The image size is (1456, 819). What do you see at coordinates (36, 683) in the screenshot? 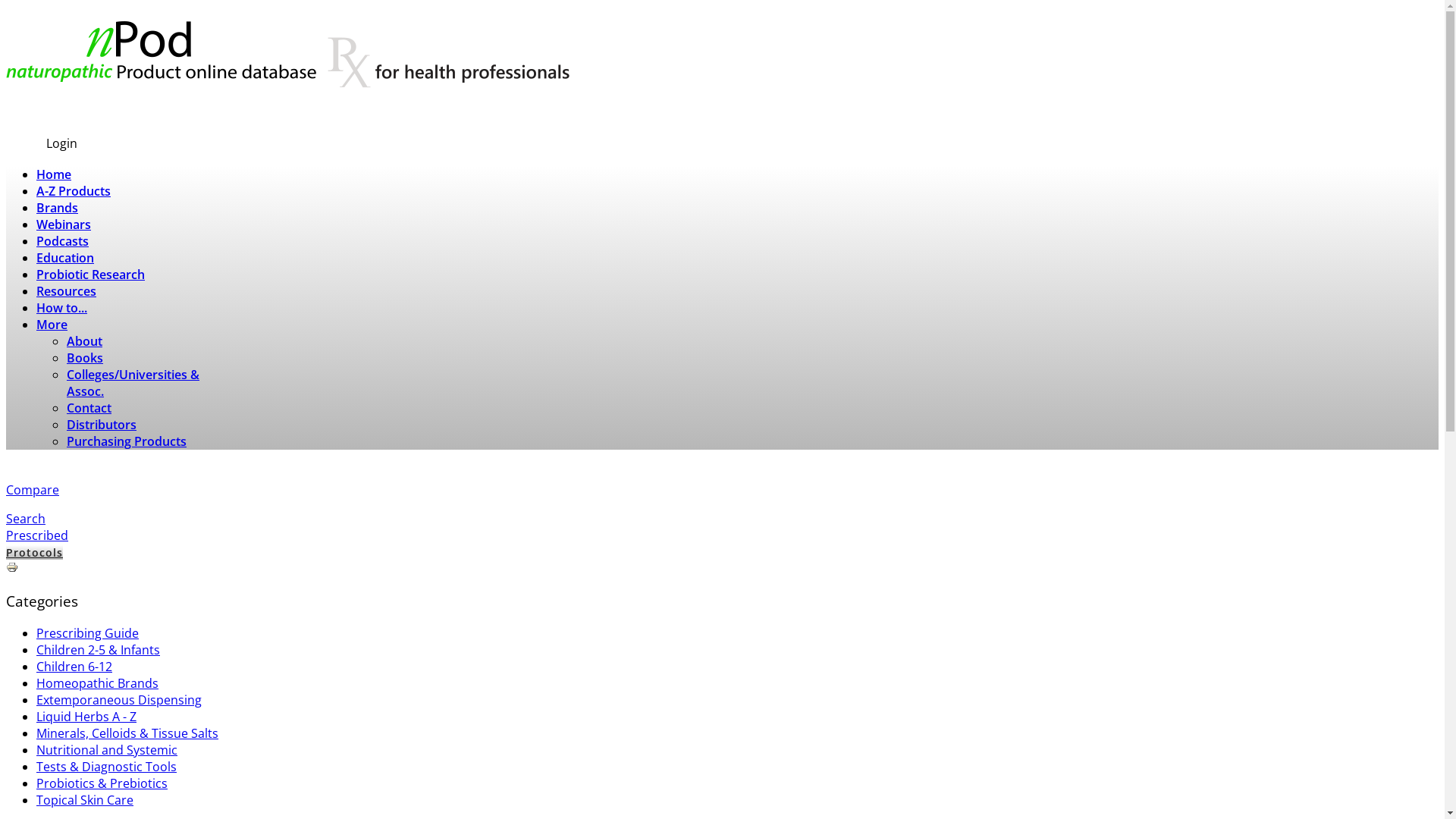
I see `'Homeopathic Brands'` at bounding box center [36, 683].